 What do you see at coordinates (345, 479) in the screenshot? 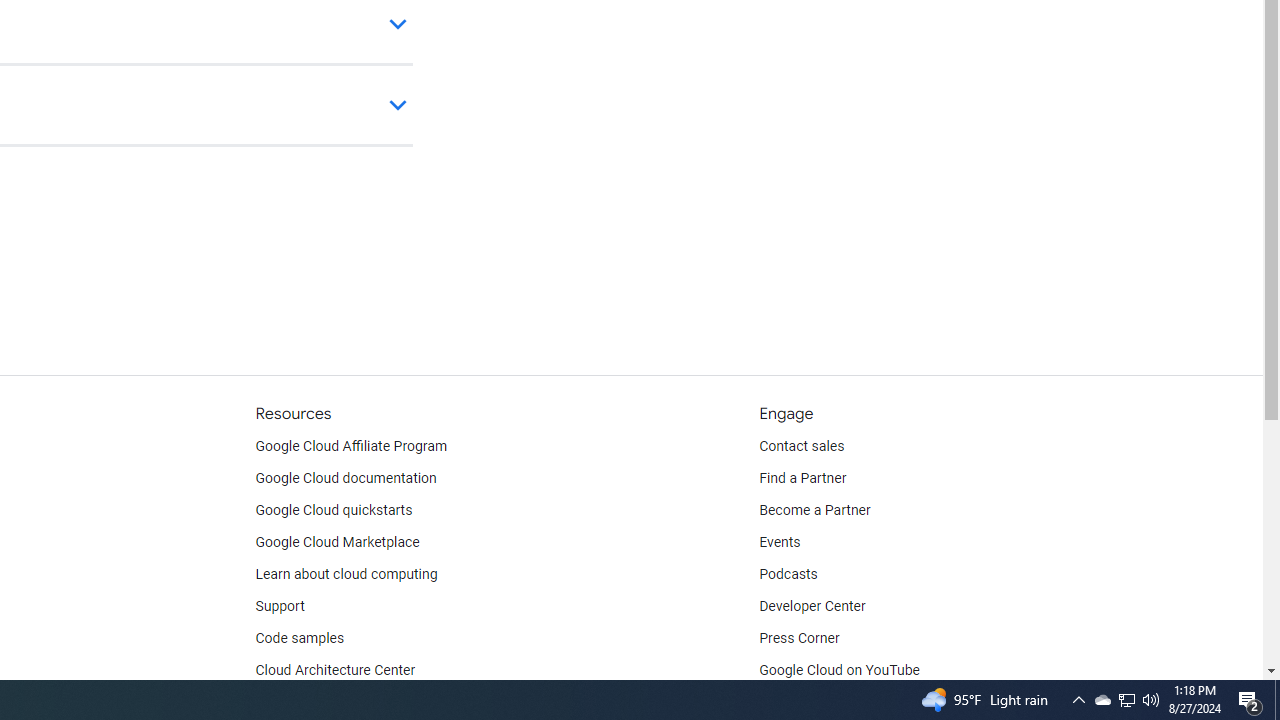
I see `'Google Cloud documentation'` at bounding box center [345, 479].